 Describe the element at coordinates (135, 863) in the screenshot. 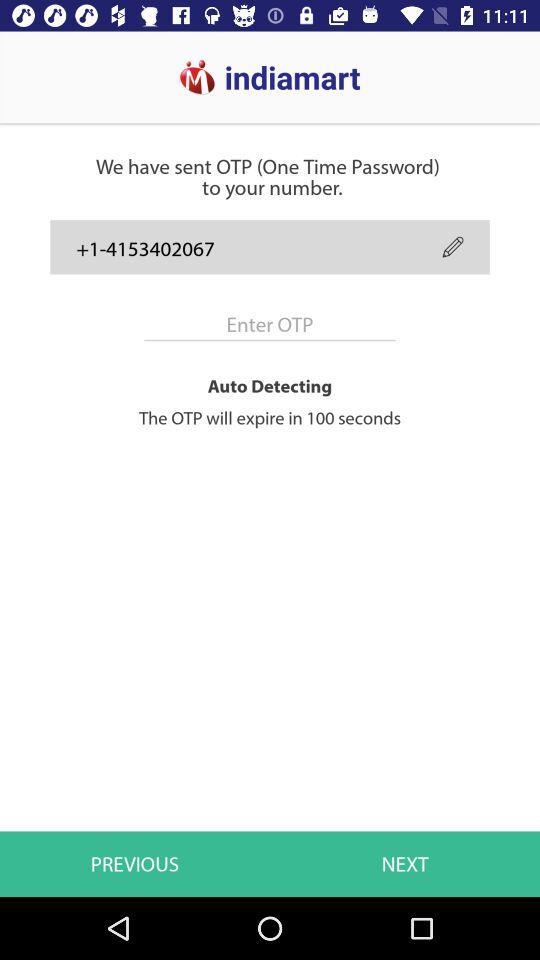

I see `the previous icon` at that location.